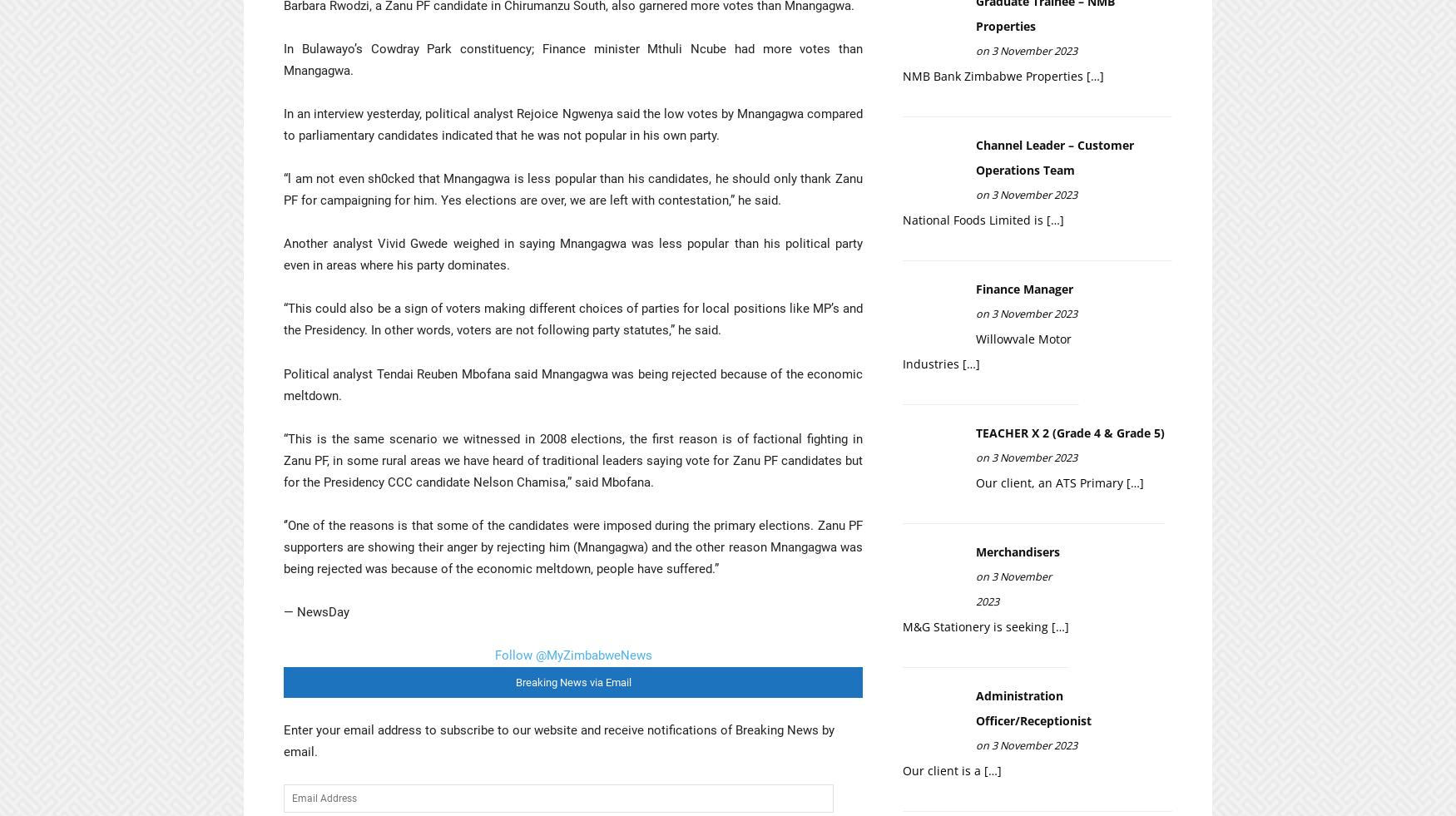 The width and height of the screenshot is (1456, 816). I want to click on 'In an interview yesterday, political analyst Rejoice Ngwenya said the low votes by Mnangagwa compared to parliamentary candidates indicated that he was not popular in his own party.', so click(572, 123).